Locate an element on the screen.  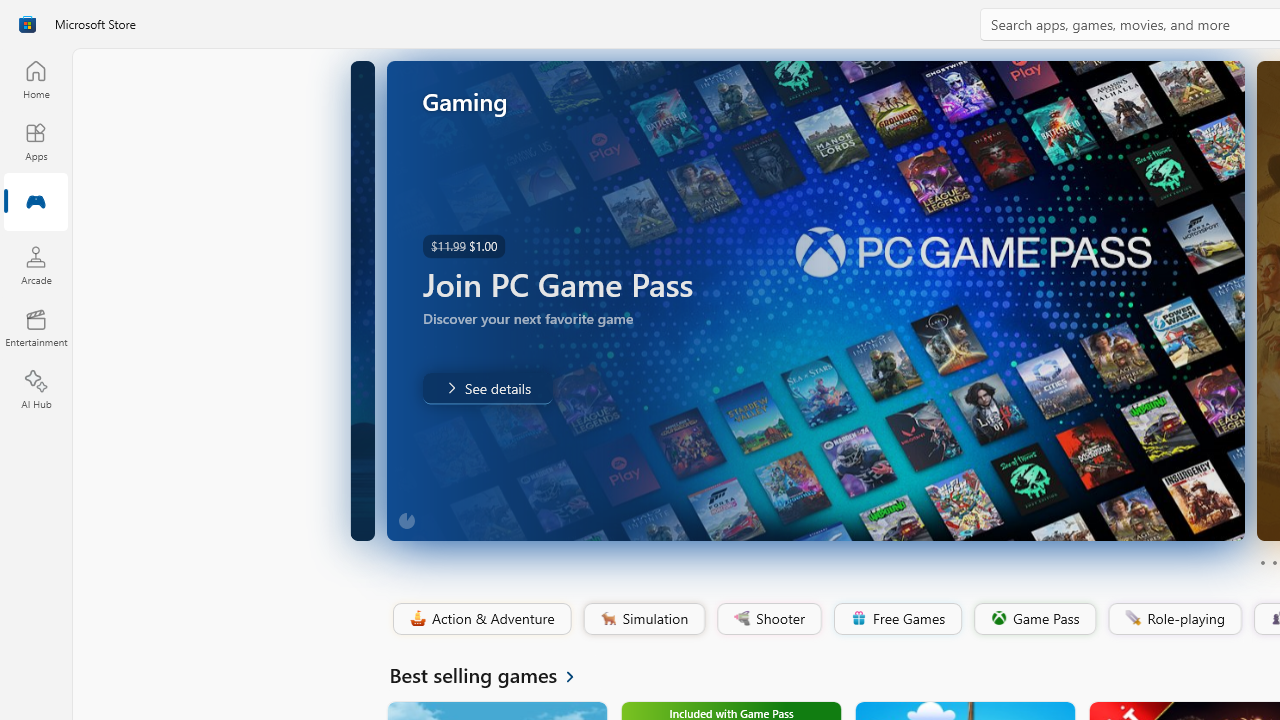
'AutomationID: Image' is located at coordinates (815, 300).